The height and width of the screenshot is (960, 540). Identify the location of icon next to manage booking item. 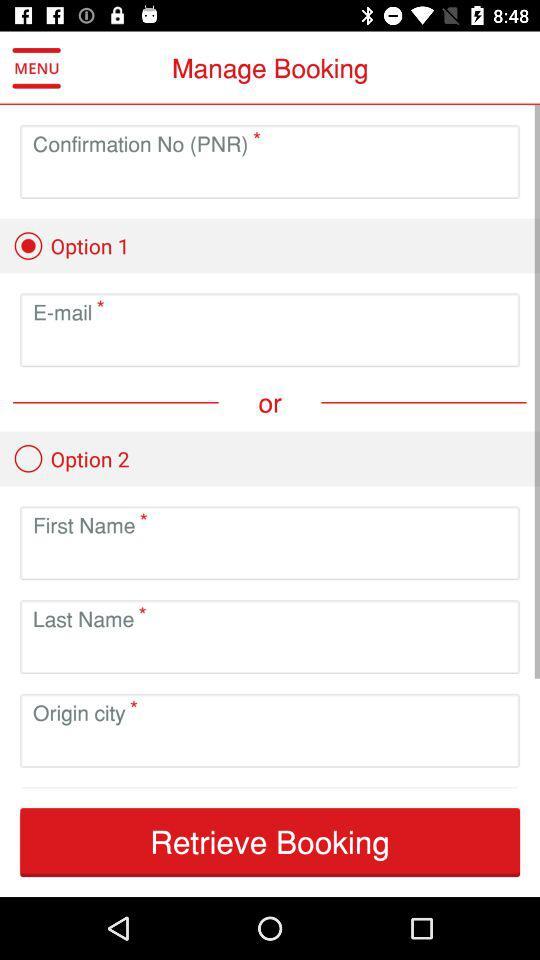
(36, 68).